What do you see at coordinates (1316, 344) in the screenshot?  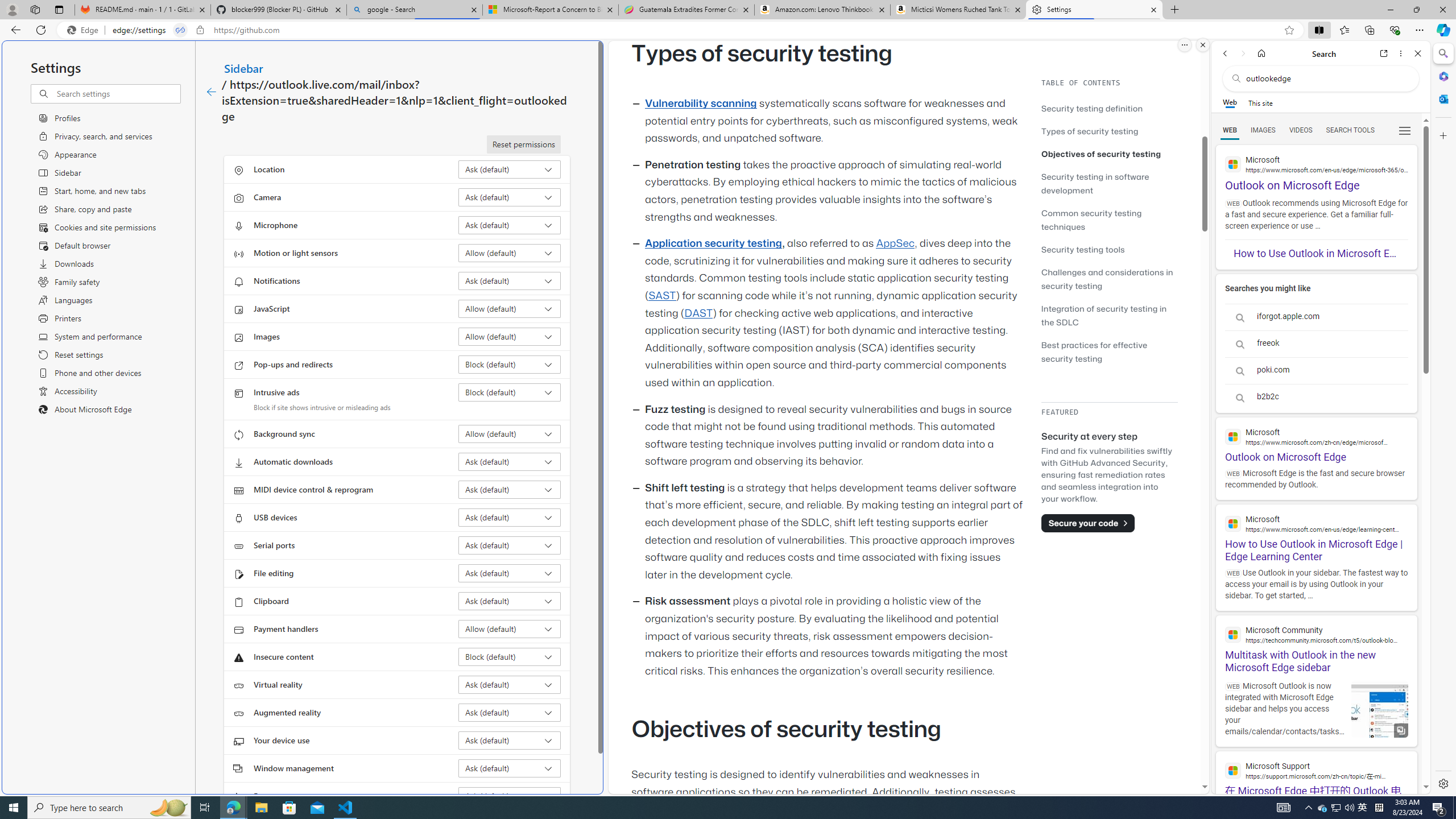 I see `'Searches you might likeiforgot.apple.comfreeokpoki.comb2b2c'` at bounding box center [1316, 344].